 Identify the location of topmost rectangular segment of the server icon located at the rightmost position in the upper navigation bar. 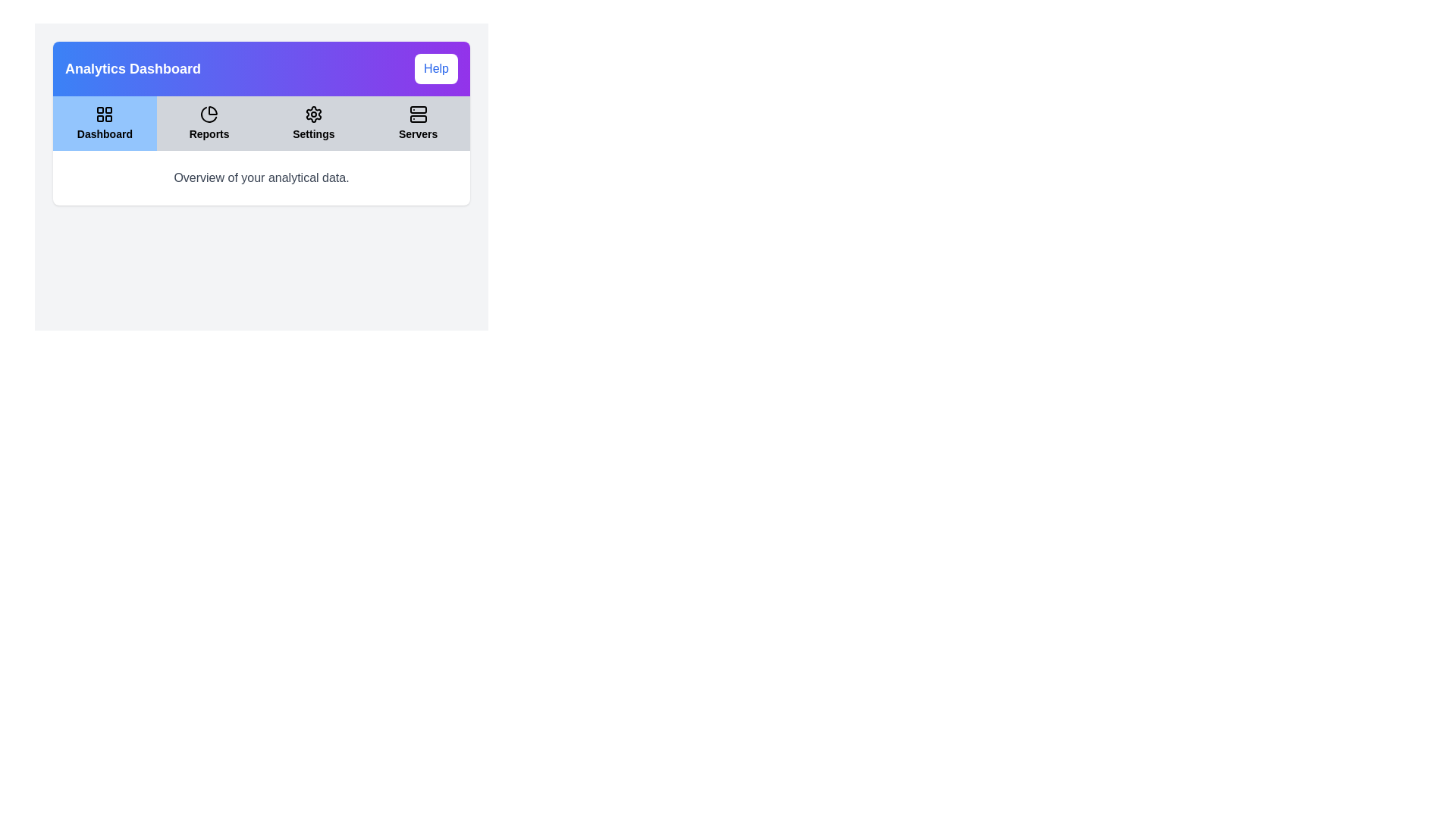
(418, 109).